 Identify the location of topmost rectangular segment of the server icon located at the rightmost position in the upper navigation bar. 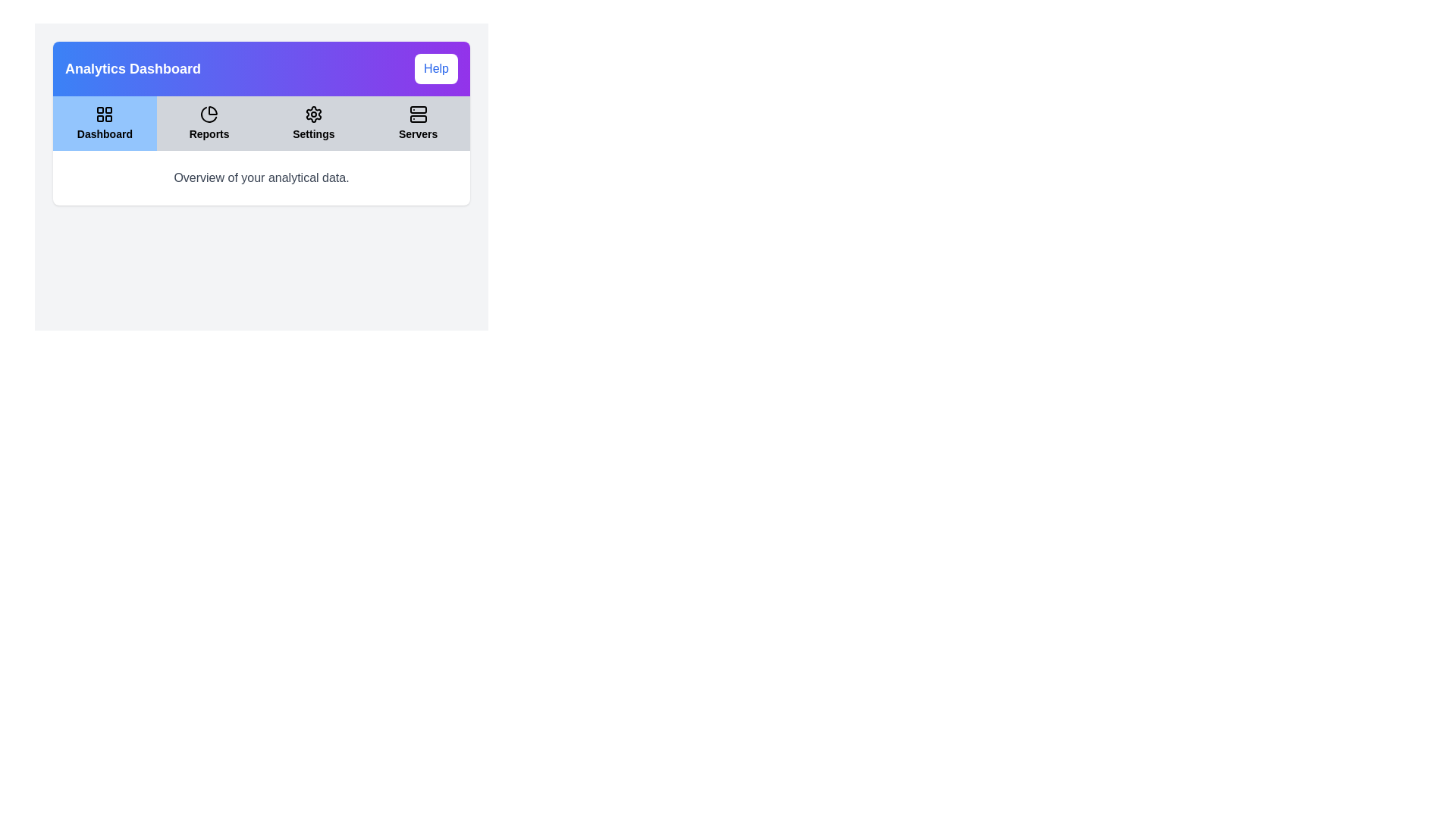
(418, 109).